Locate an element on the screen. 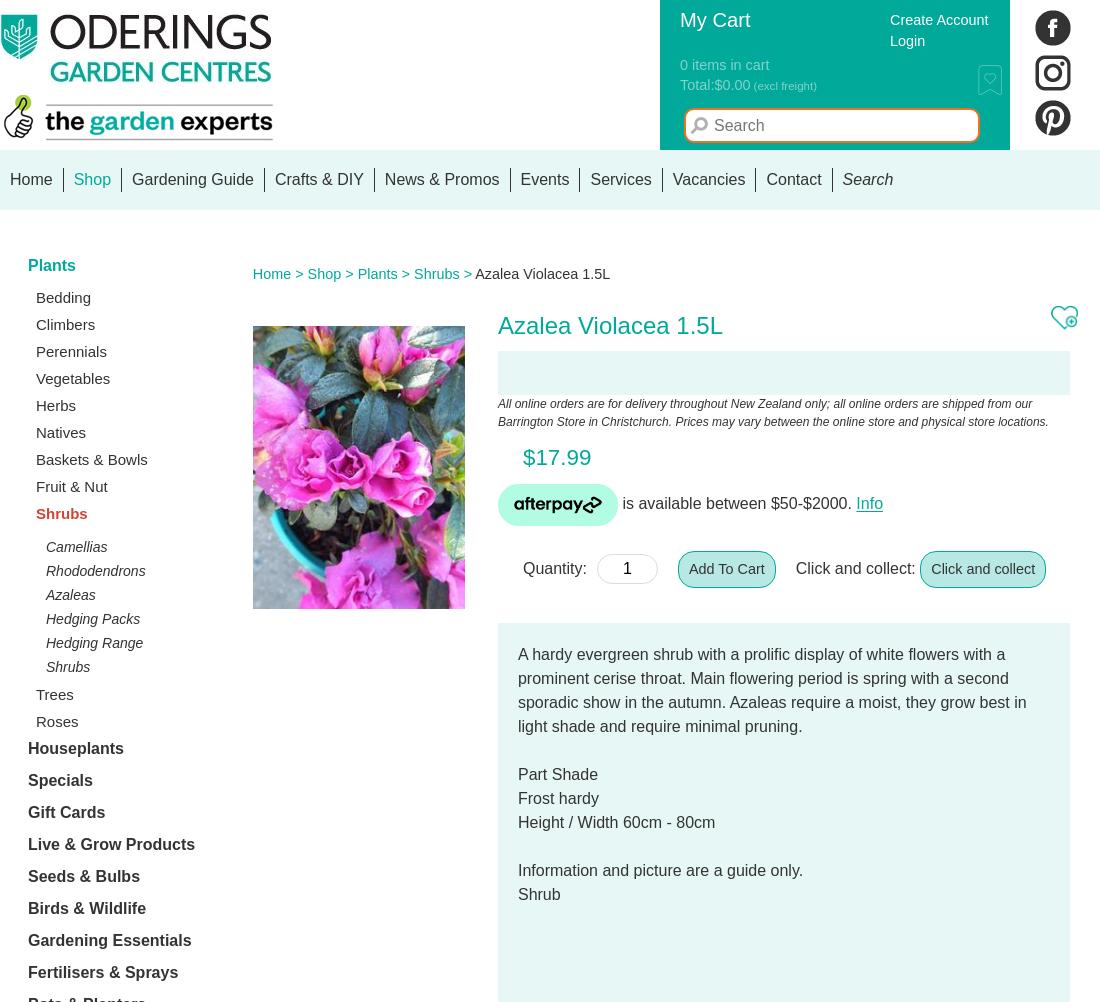  'All online orders are for delivery throughout New Zealand only; all online orders are shipped from our Barrington Store in Christchurch. Prices may vary between the online store and physical store locations.' is located at coordinates (772, 412).